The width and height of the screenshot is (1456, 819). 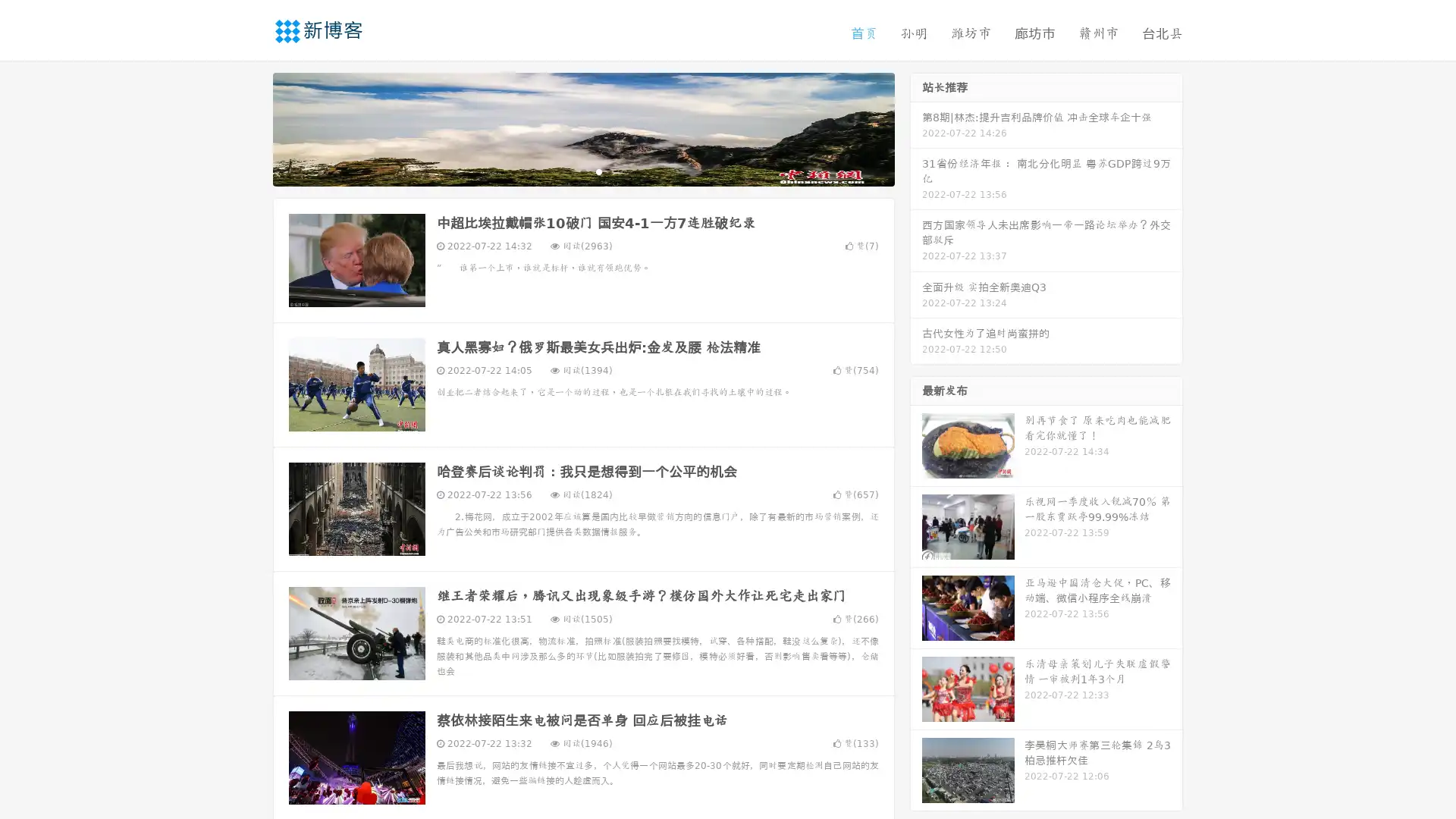 What do you see at coordinates (916, 127) in the screenshot?
I see `Next slide` at bounding box center [916, 127].